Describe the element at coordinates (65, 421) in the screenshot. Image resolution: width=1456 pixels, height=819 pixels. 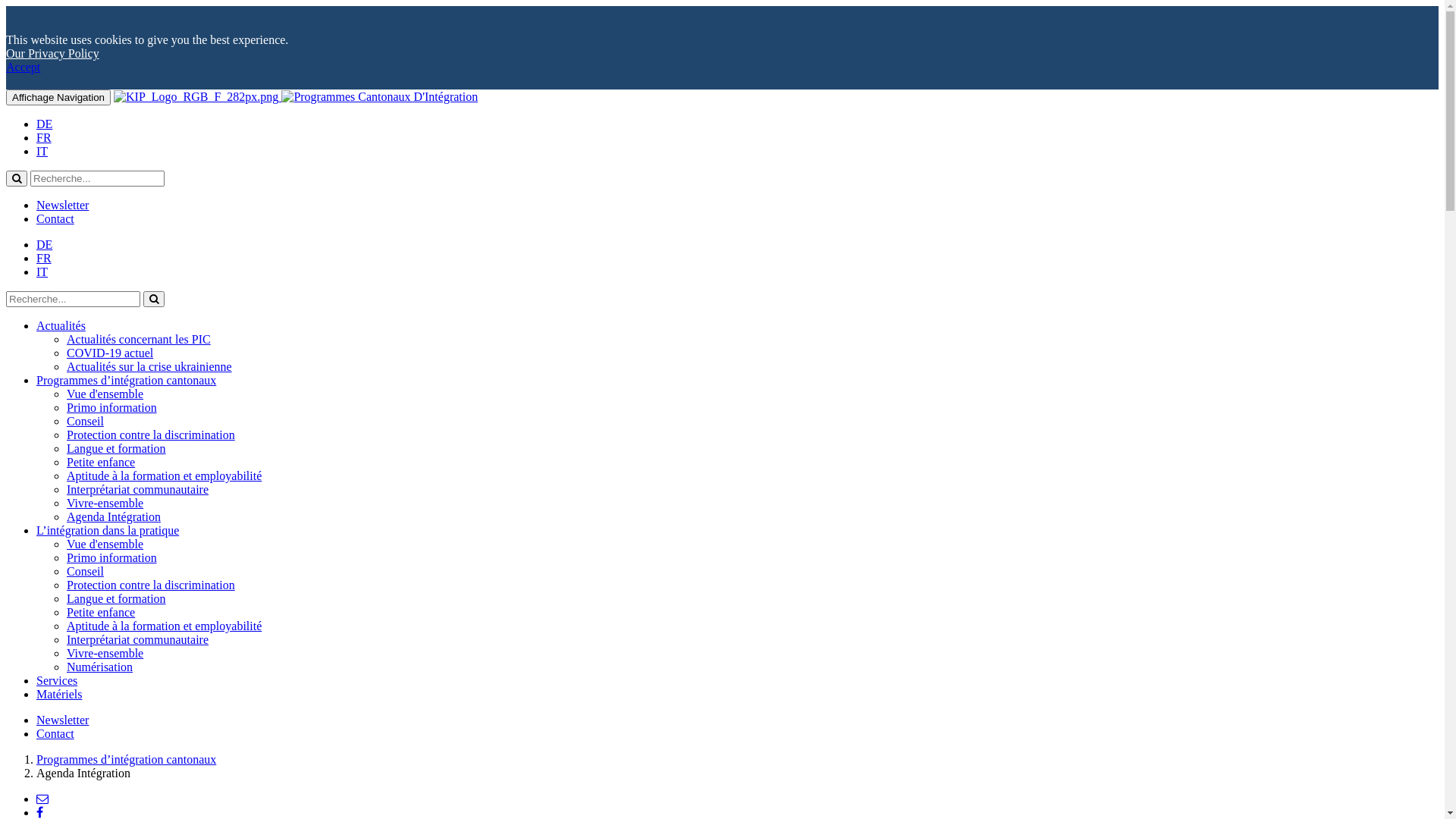
I see `'Conseil'` at that location.